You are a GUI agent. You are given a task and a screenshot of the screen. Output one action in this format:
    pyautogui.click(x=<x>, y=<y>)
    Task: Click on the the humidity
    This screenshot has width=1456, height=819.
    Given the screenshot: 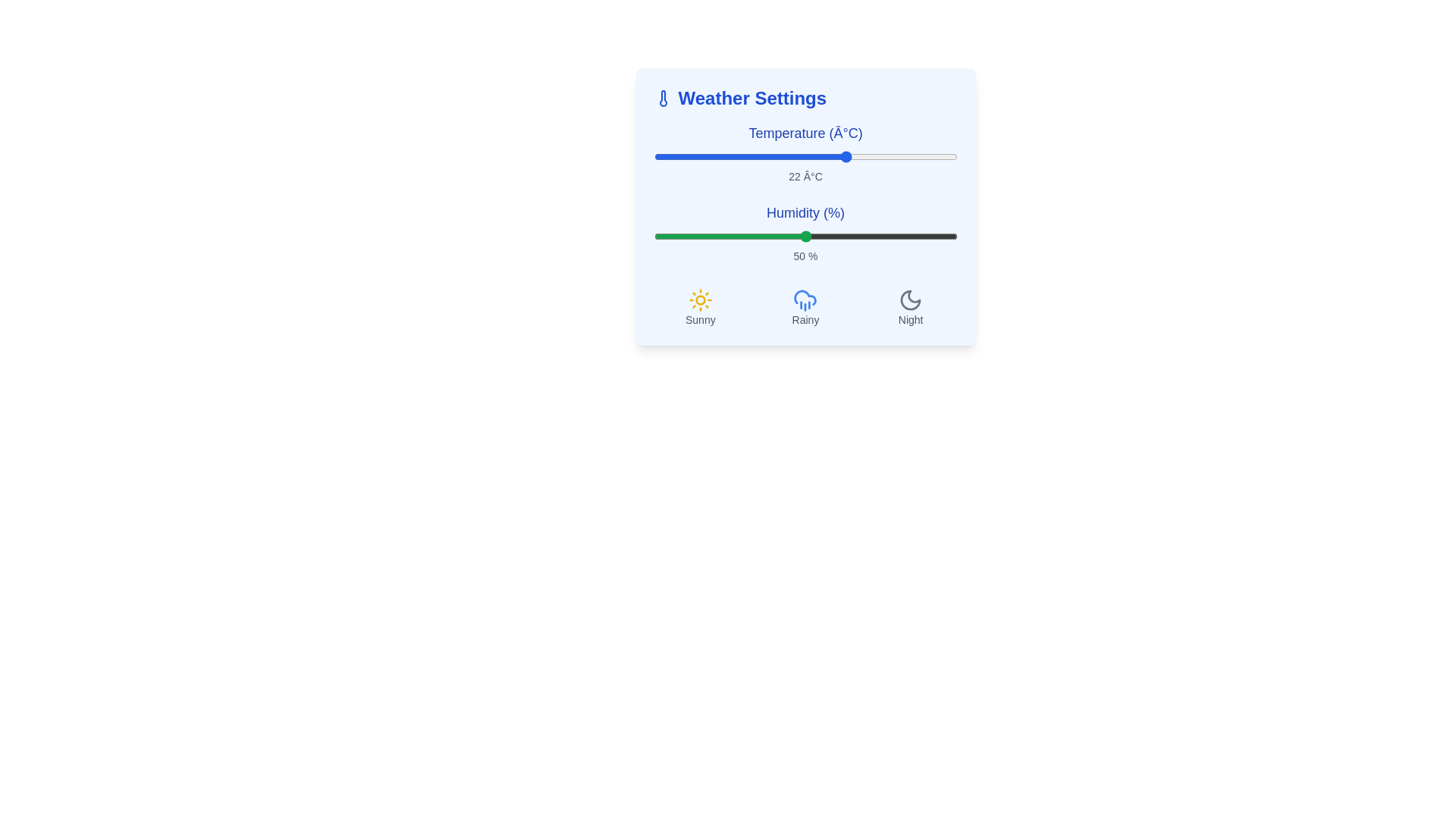 What is the action you would take?
    pyautogui.click(x=857, y=237)
    